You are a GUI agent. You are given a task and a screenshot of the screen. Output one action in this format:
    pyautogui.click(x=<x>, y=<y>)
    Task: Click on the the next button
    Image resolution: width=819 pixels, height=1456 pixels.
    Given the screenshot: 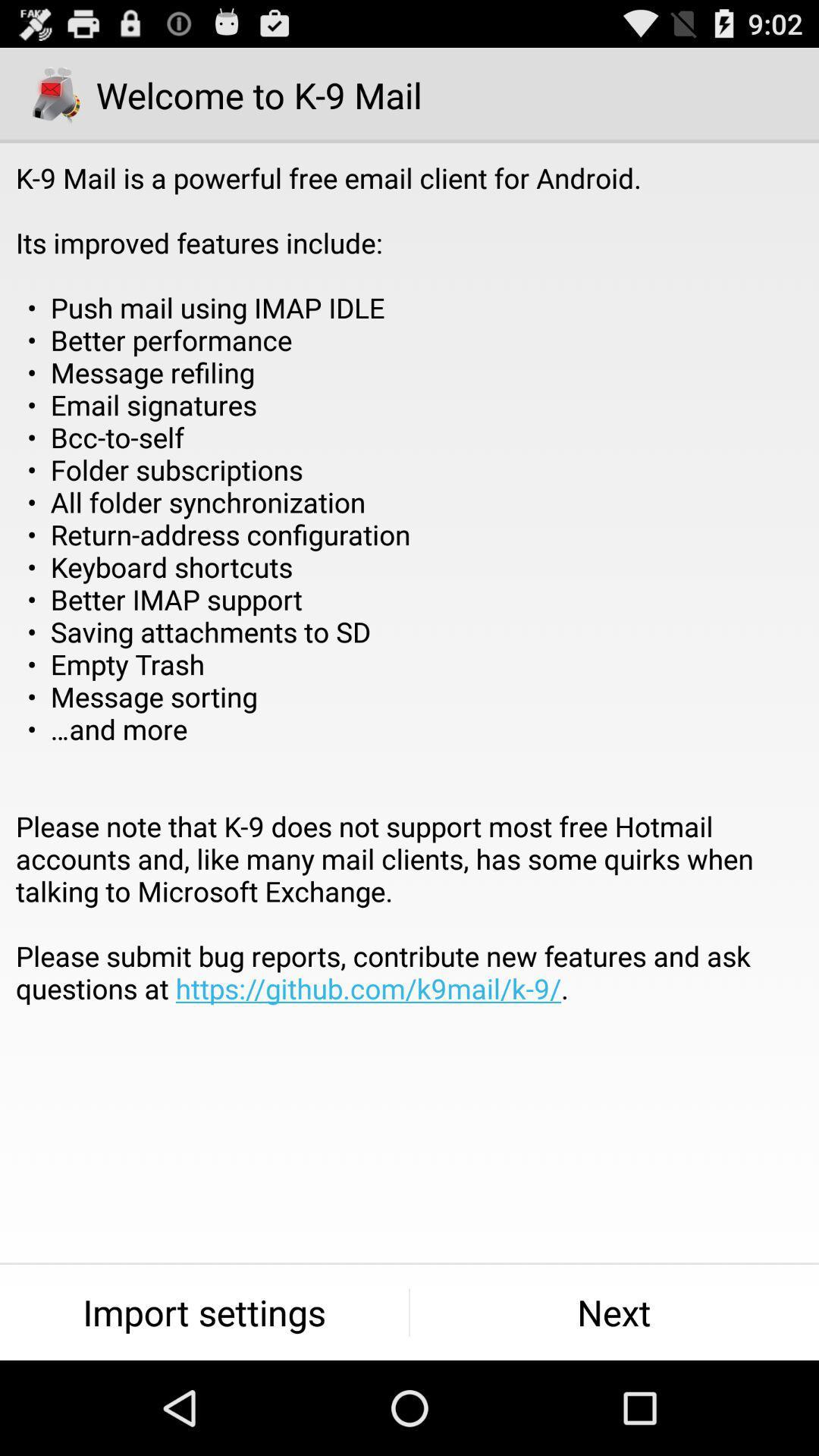 What is the action you would take?
    pyautogui.click(x=614, y=1312)
    